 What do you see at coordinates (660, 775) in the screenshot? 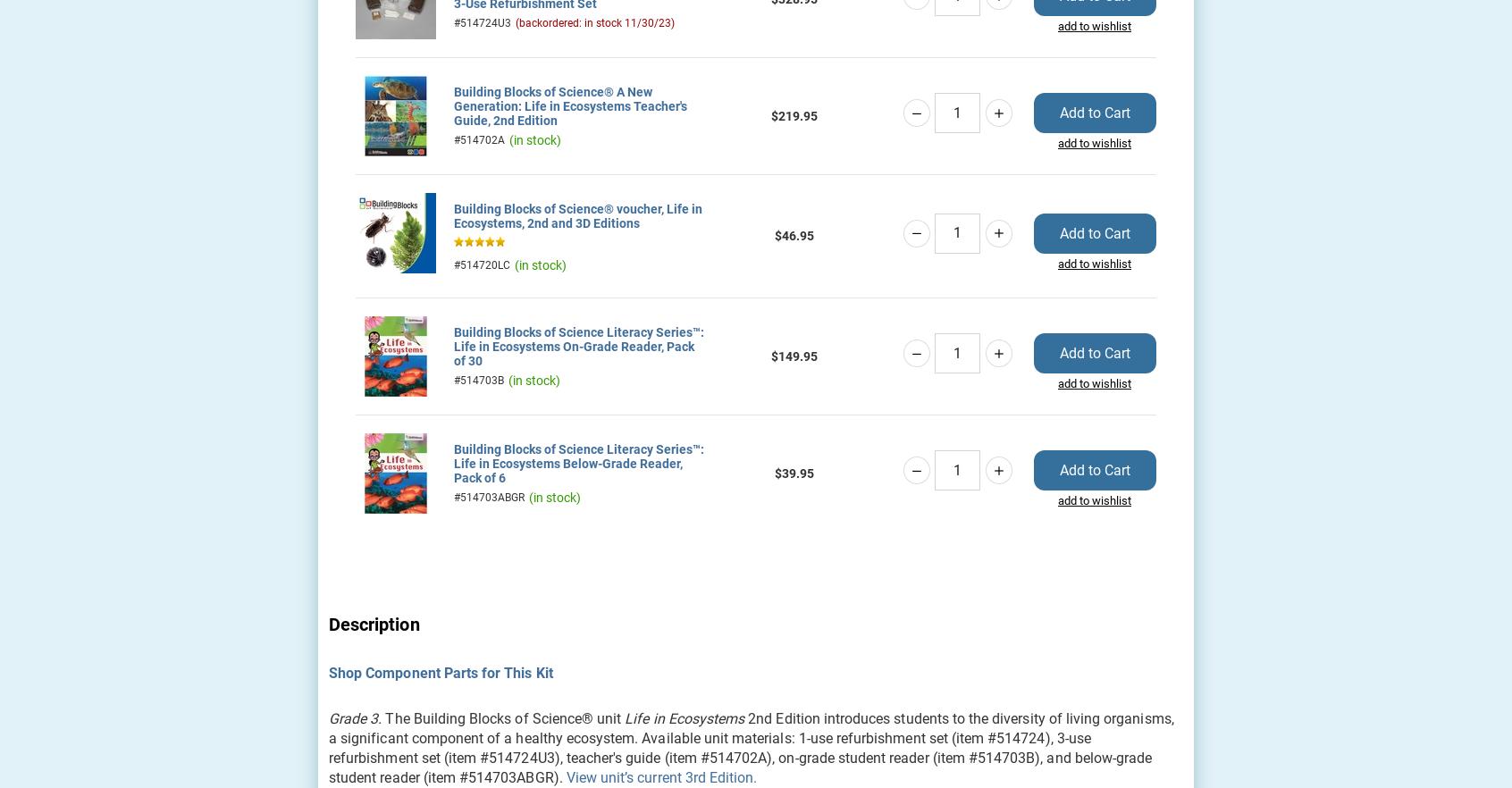
I see `'View unit’s current 3rd Edition.'` at bounding box center [660, 775].